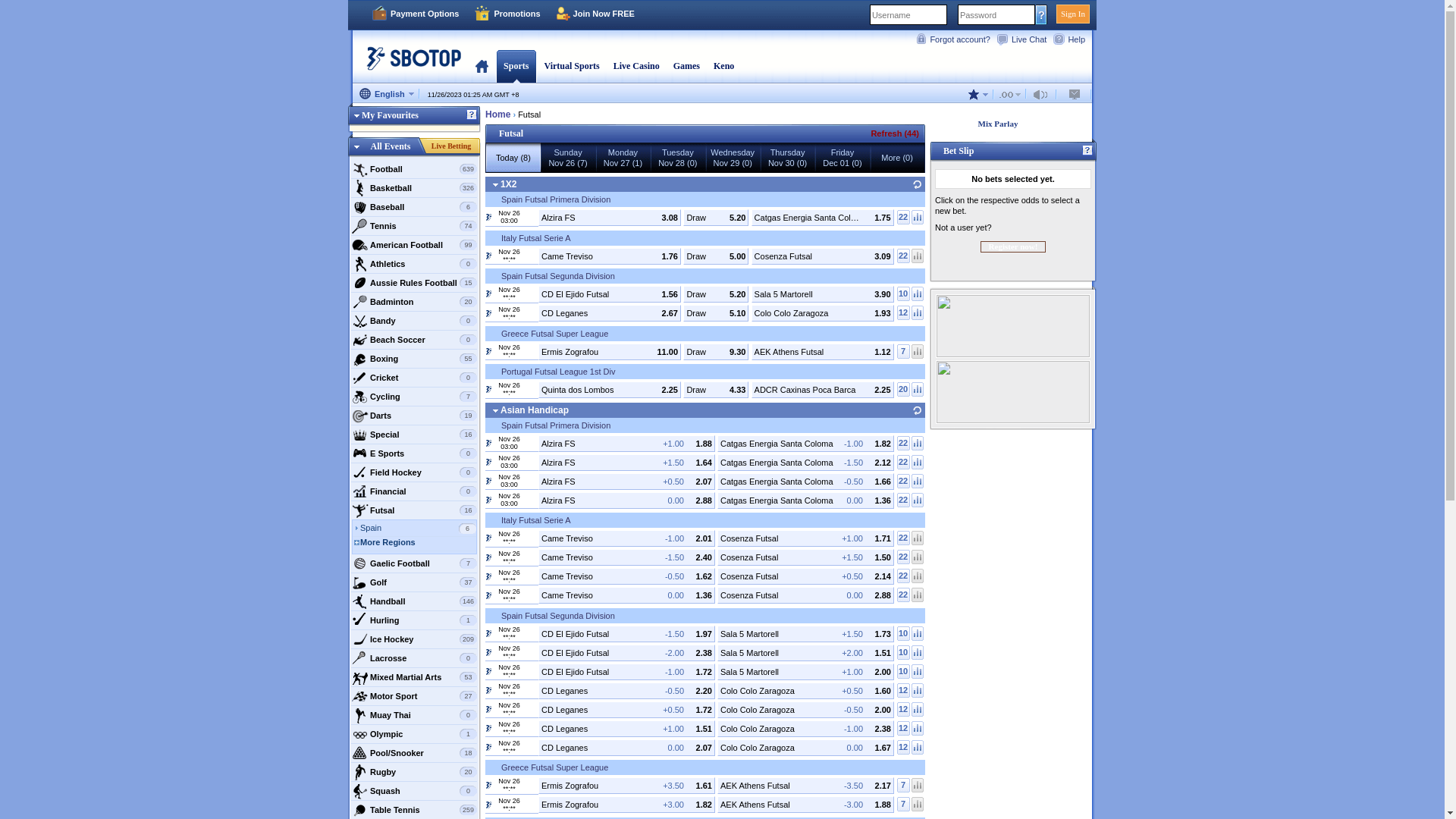 The height and width of the screenshot is (819, 1456). Describe the element at coordinates (626, 803) in the screenshot. I see `'1.82` at that location.